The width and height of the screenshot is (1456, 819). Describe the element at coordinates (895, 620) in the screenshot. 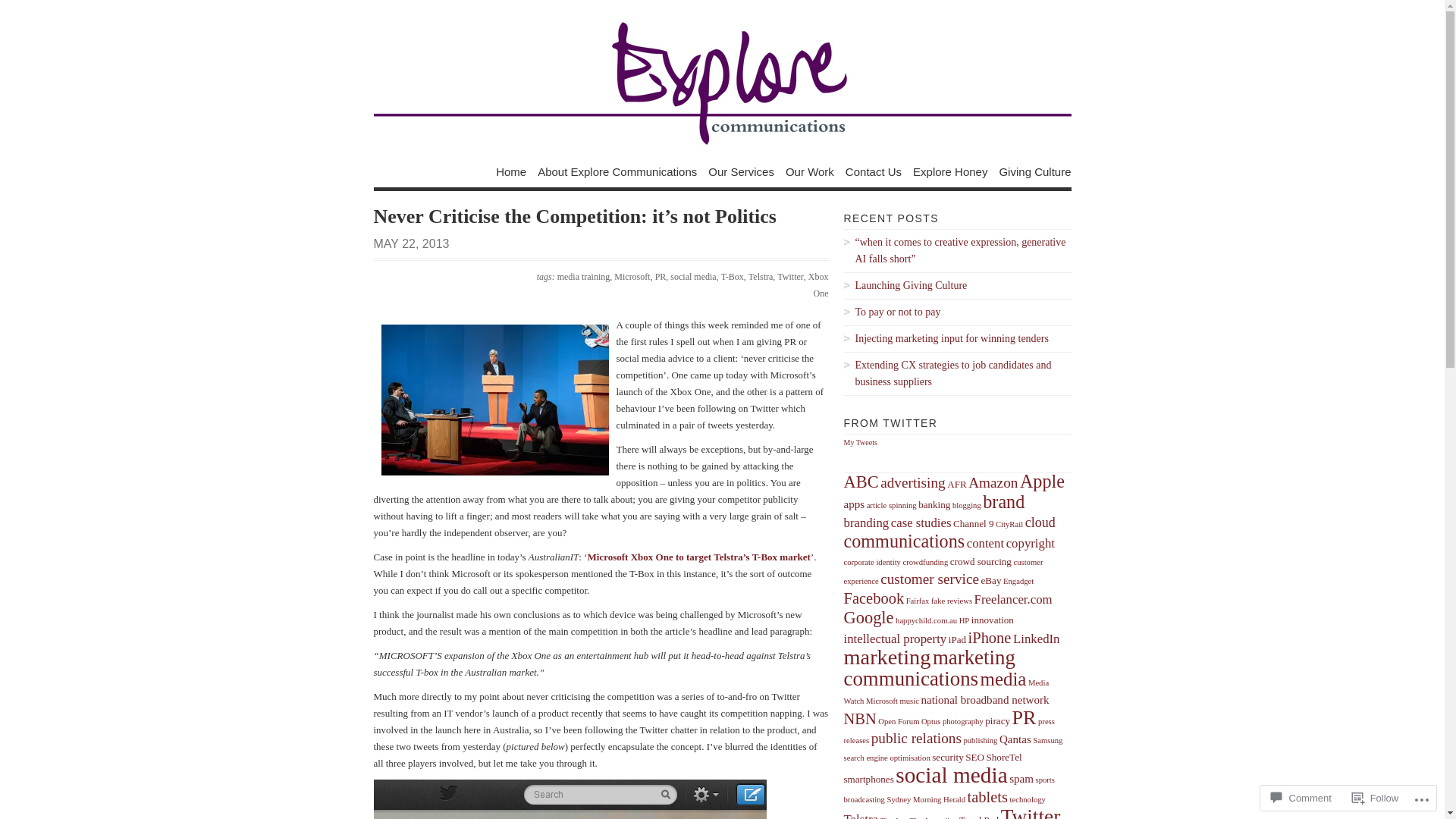

I see `'happychild.com.au'` at that location.